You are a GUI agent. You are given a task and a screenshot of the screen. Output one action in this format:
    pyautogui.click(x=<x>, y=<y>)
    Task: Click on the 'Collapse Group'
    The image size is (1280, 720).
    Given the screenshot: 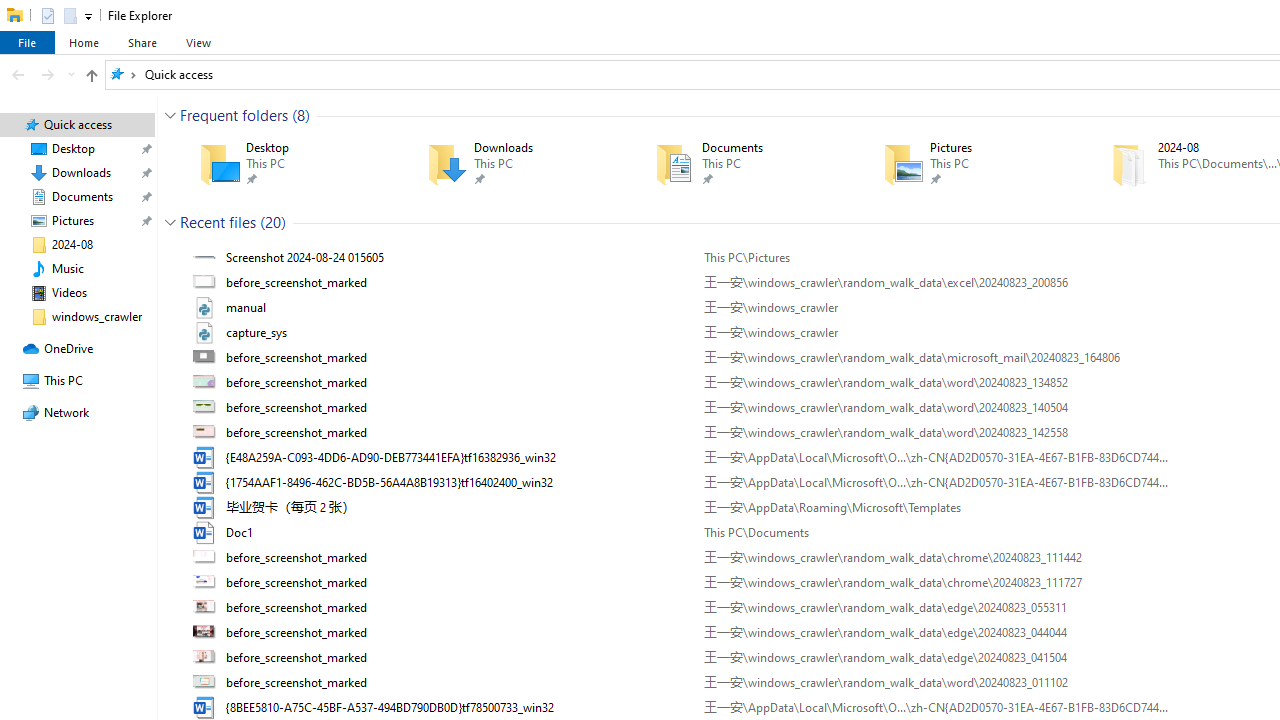 What is the action you would take?
    pyautogui.click(x=170, y=222)
    